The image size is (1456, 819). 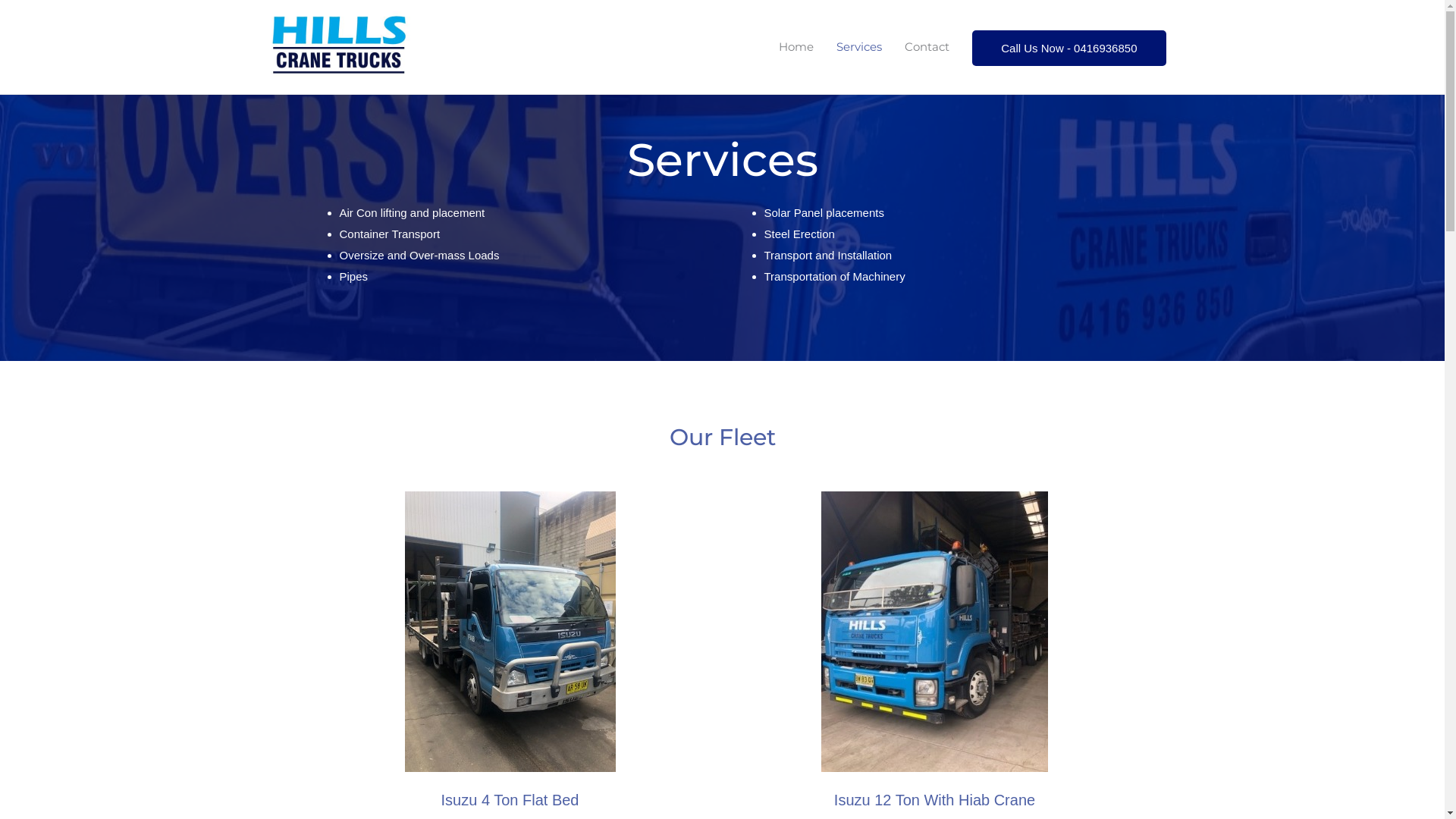 What do you see at coordinates (926, 45) in the screenshot?
I see `'Contact'` at bounding box center [926, 45].